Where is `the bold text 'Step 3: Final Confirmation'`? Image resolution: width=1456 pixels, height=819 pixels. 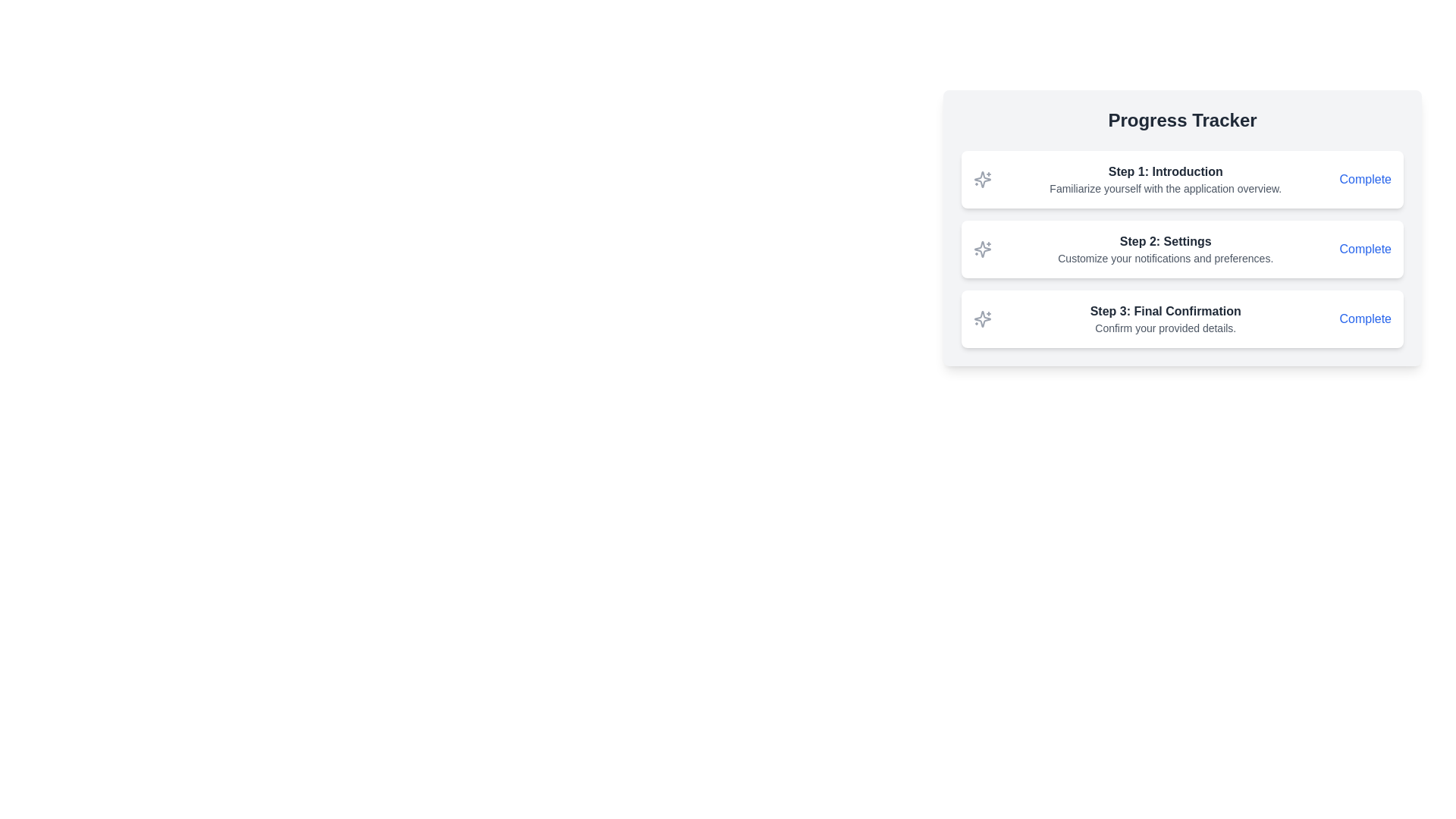 the bold text 'Step 3: Final Confirmation' is located at coordinates (1165, 311).